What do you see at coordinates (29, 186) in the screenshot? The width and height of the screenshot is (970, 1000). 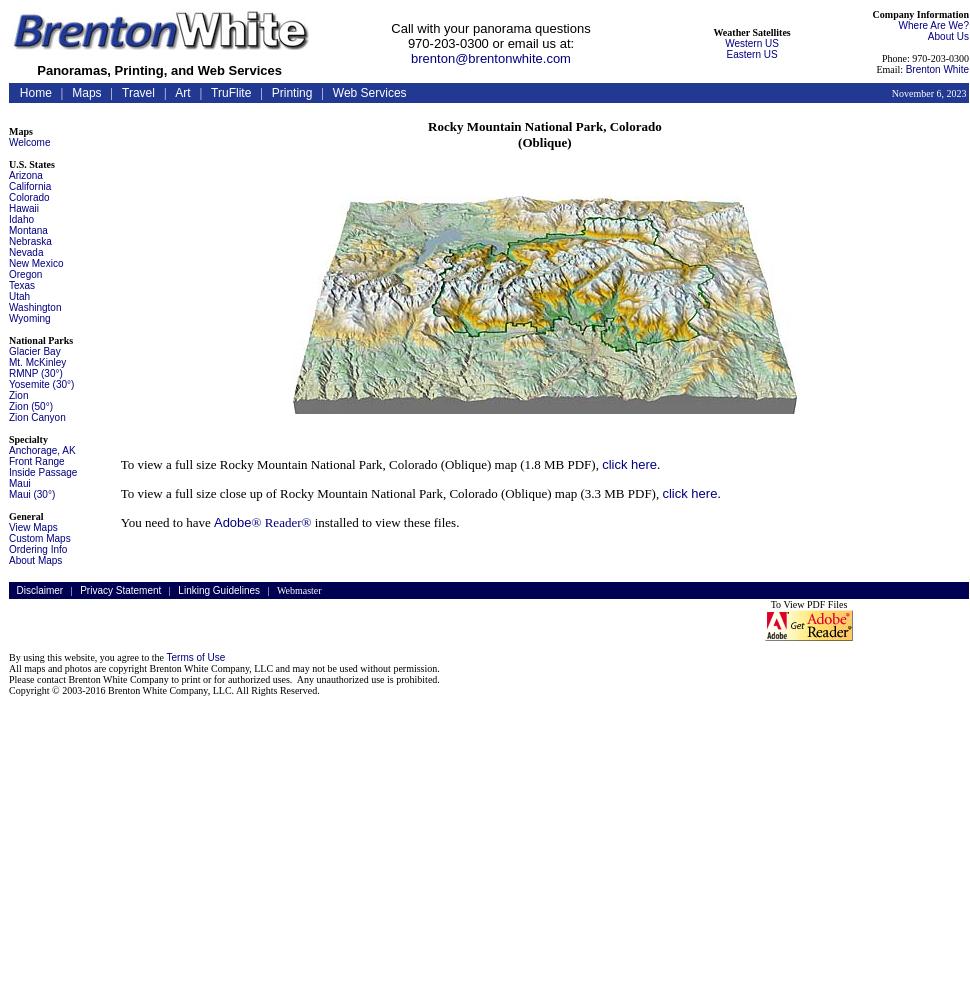 I see `'California'` at bounding box center [29, 186].